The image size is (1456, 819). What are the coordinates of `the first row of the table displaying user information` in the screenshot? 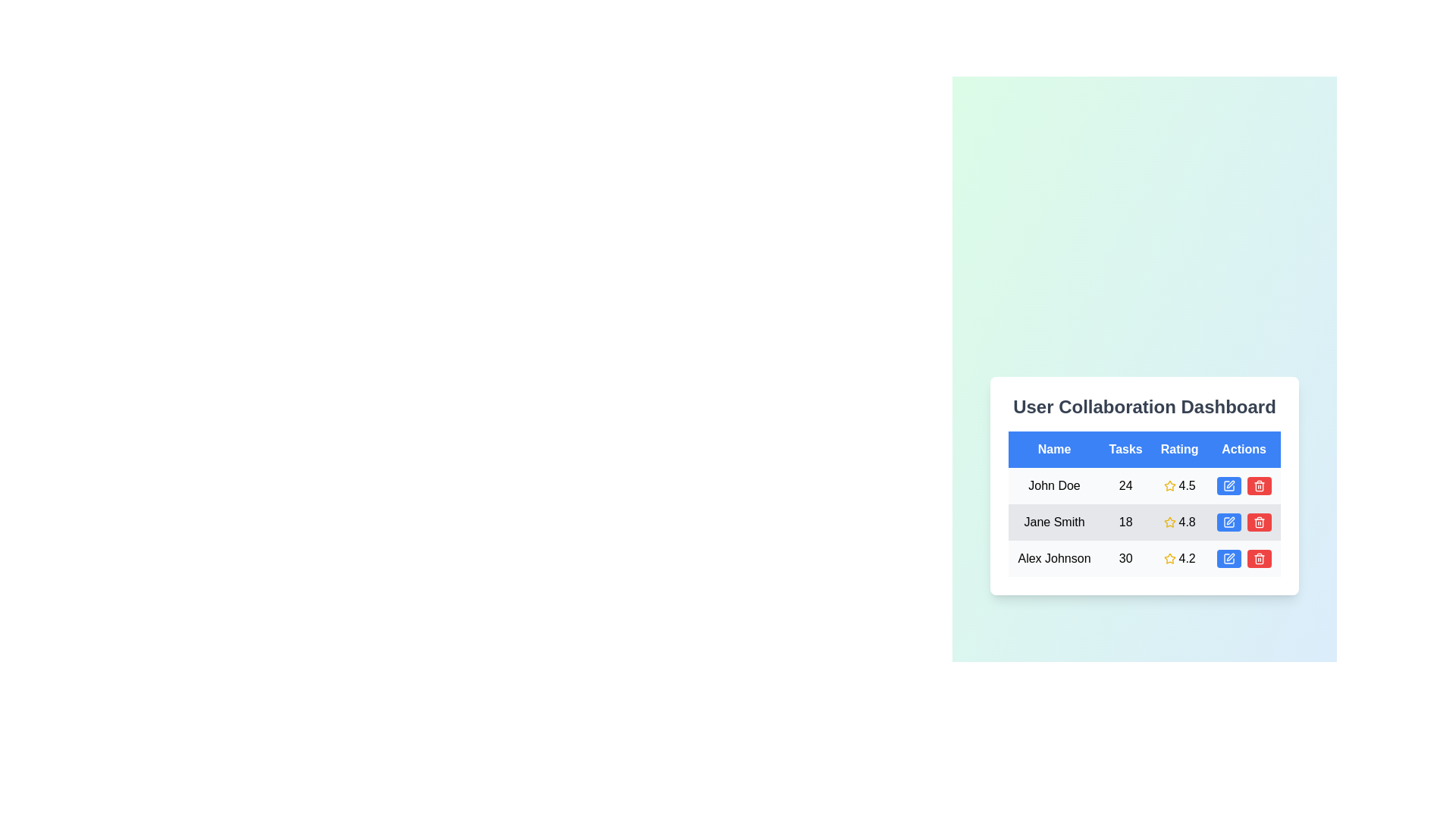 It's located at (1144, 485).